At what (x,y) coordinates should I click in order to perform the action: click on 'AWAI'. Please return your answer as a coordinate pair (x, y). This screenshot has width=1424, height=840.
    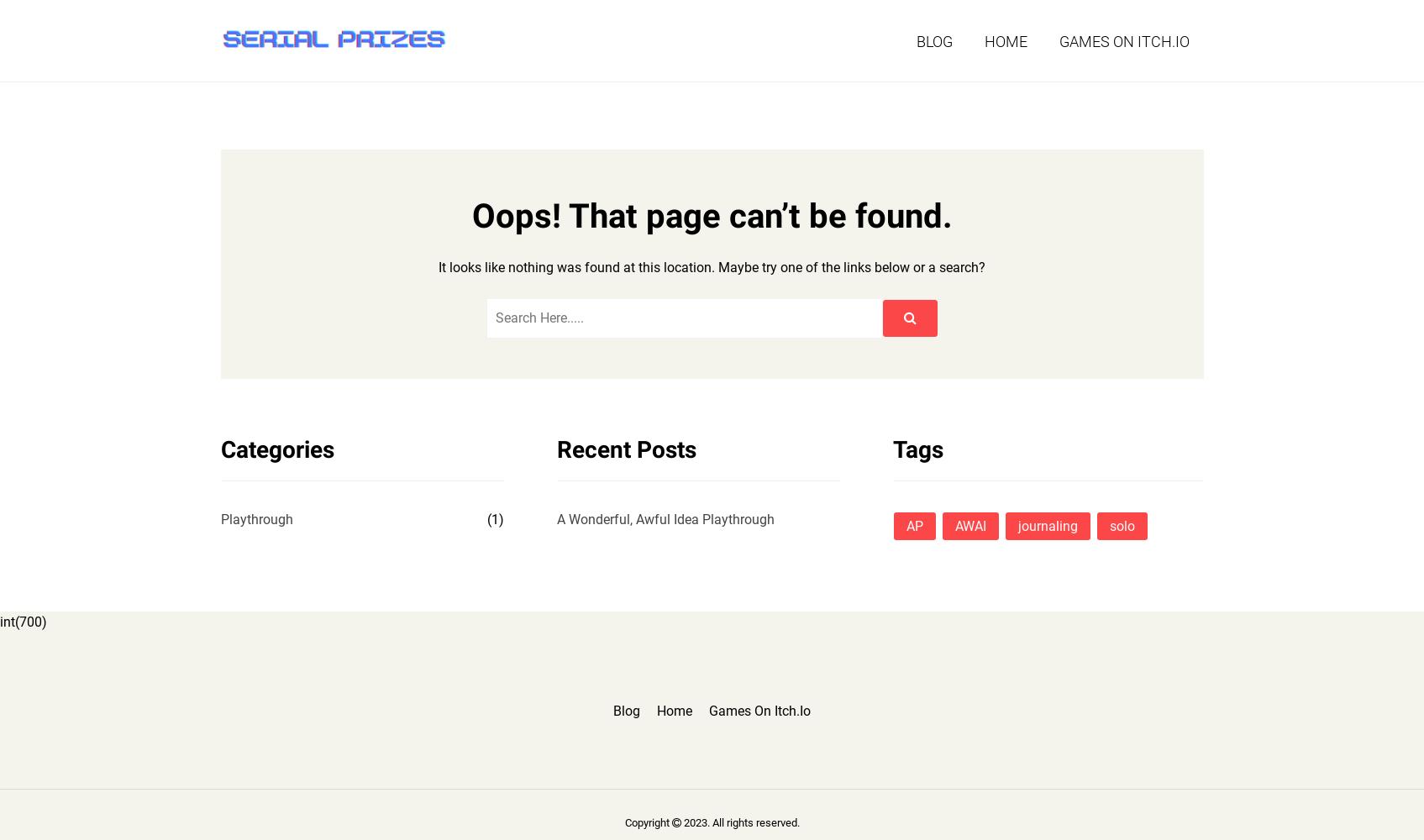
    Looking at the image, I should click on (969, 525).